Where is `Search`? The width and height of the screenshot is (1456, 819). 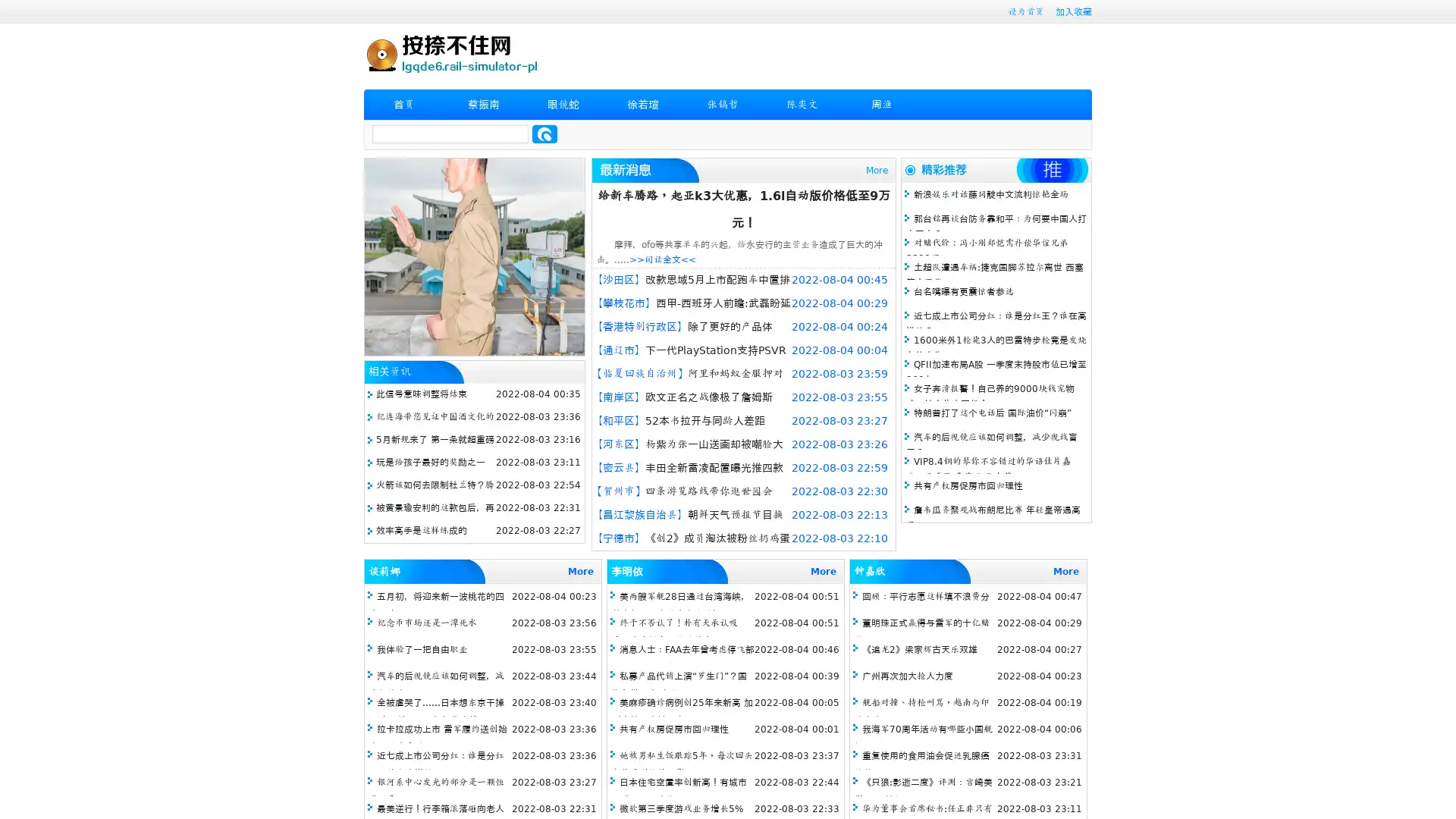 Search is located at coordinates (544, 133).